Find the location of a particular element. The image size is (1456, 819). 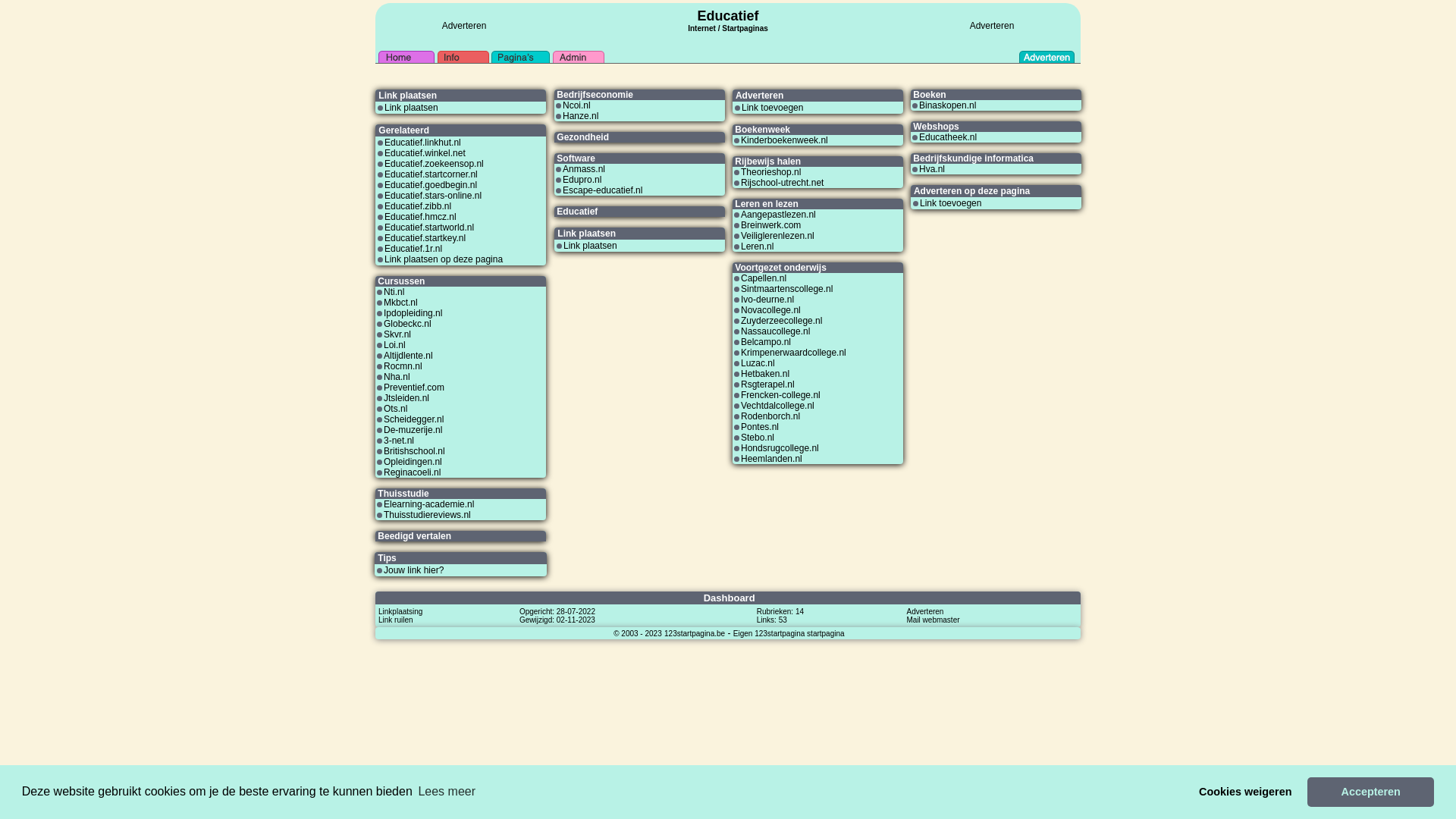

'123startpagina.be' is located at coordinates (694, 632).